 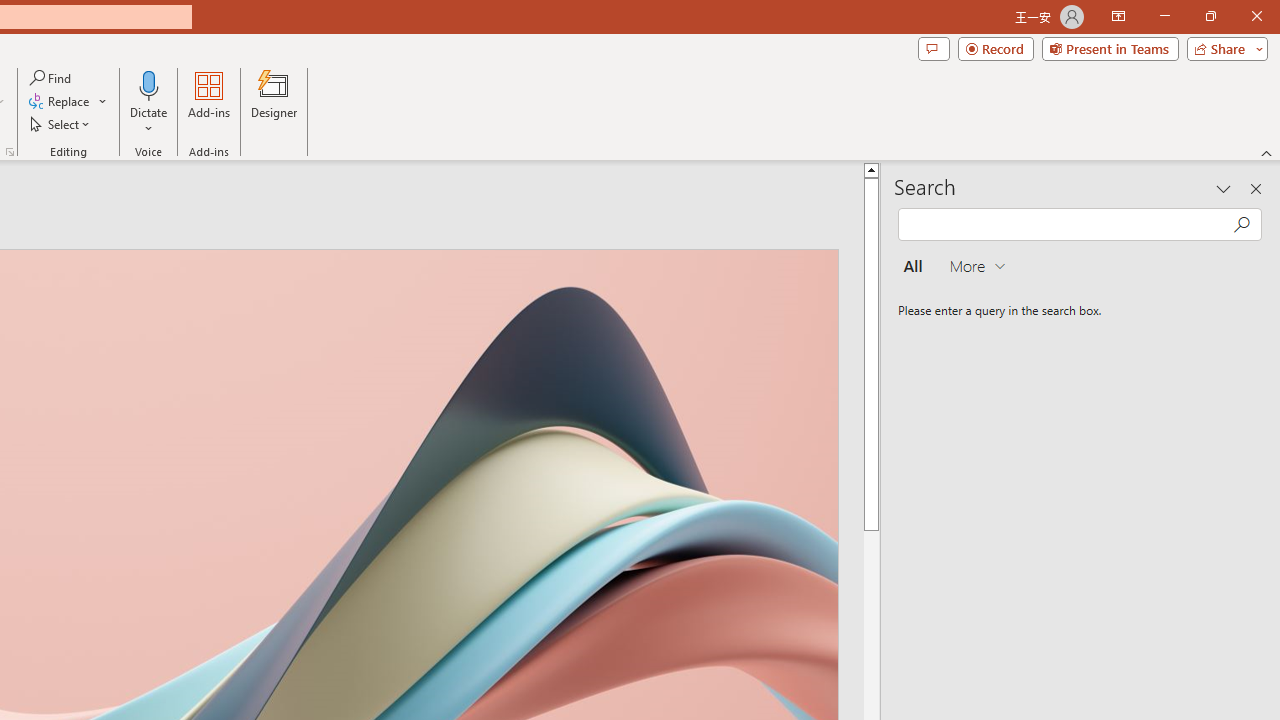 I want to click on 'Dictate', so click(x=148, y=103).